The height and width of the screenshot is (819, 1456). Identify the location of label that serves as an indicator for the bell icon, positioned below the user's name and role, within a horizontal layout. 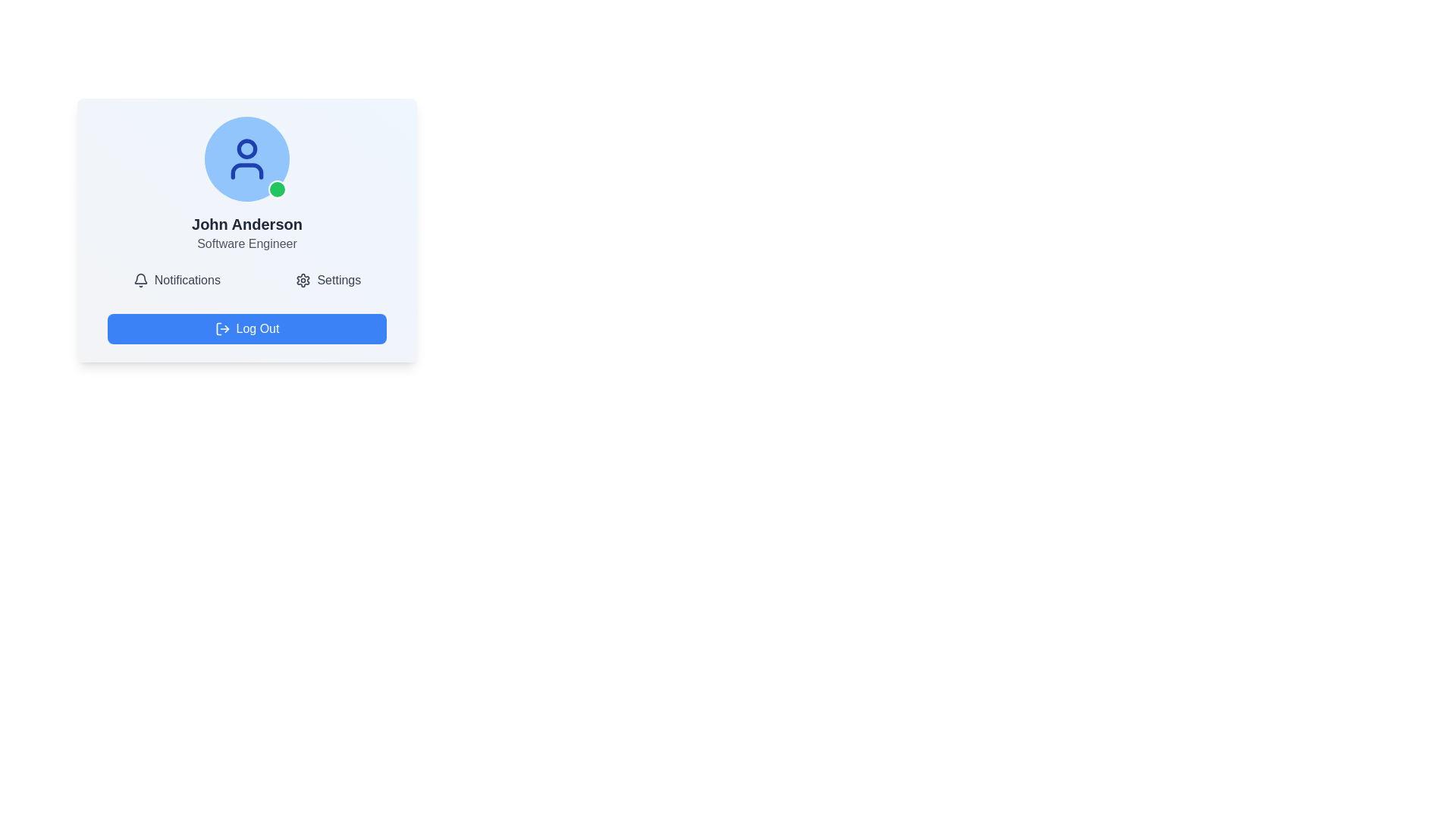
(187, 281).